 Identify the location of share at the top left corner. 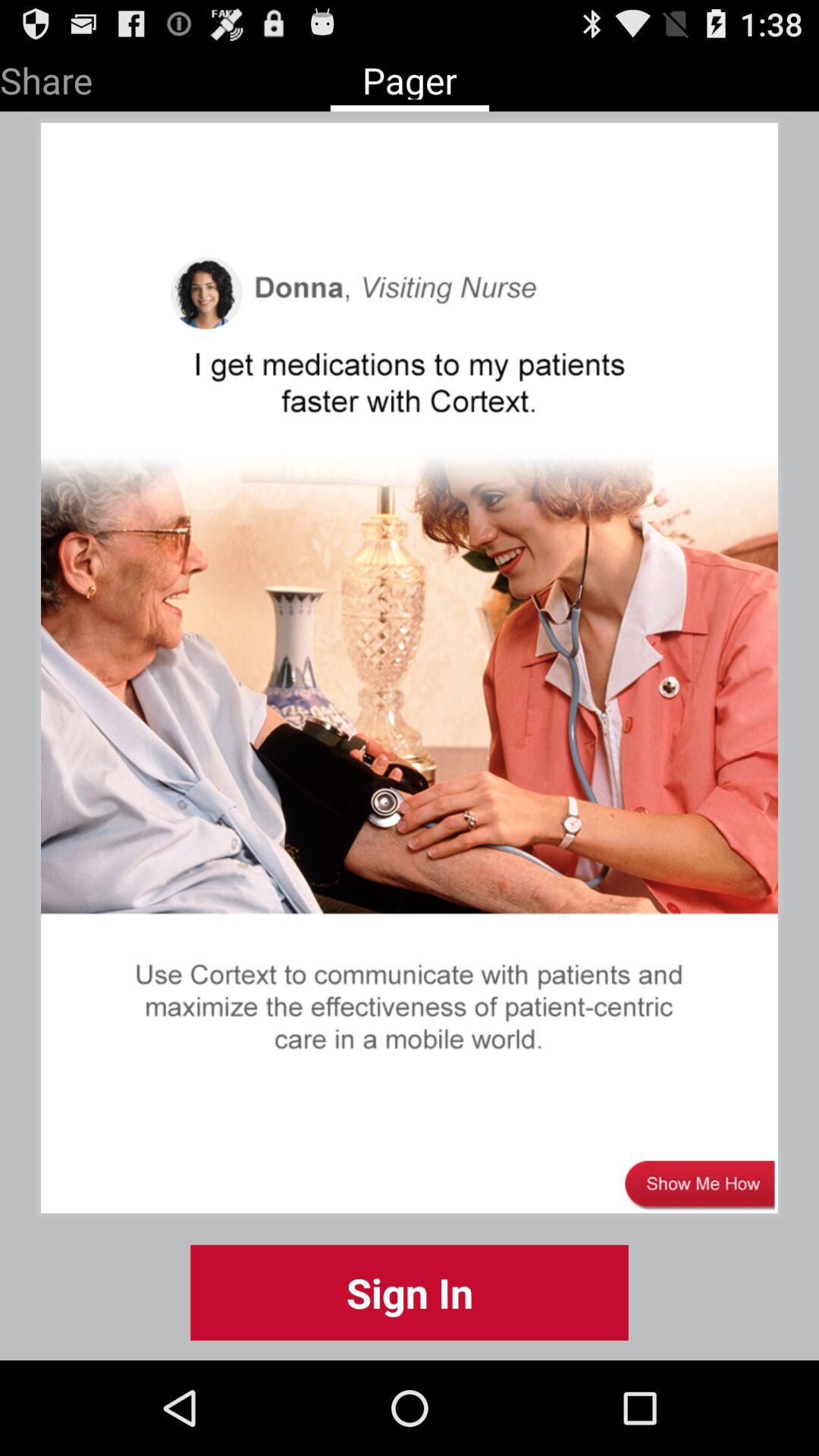
(45, 77).